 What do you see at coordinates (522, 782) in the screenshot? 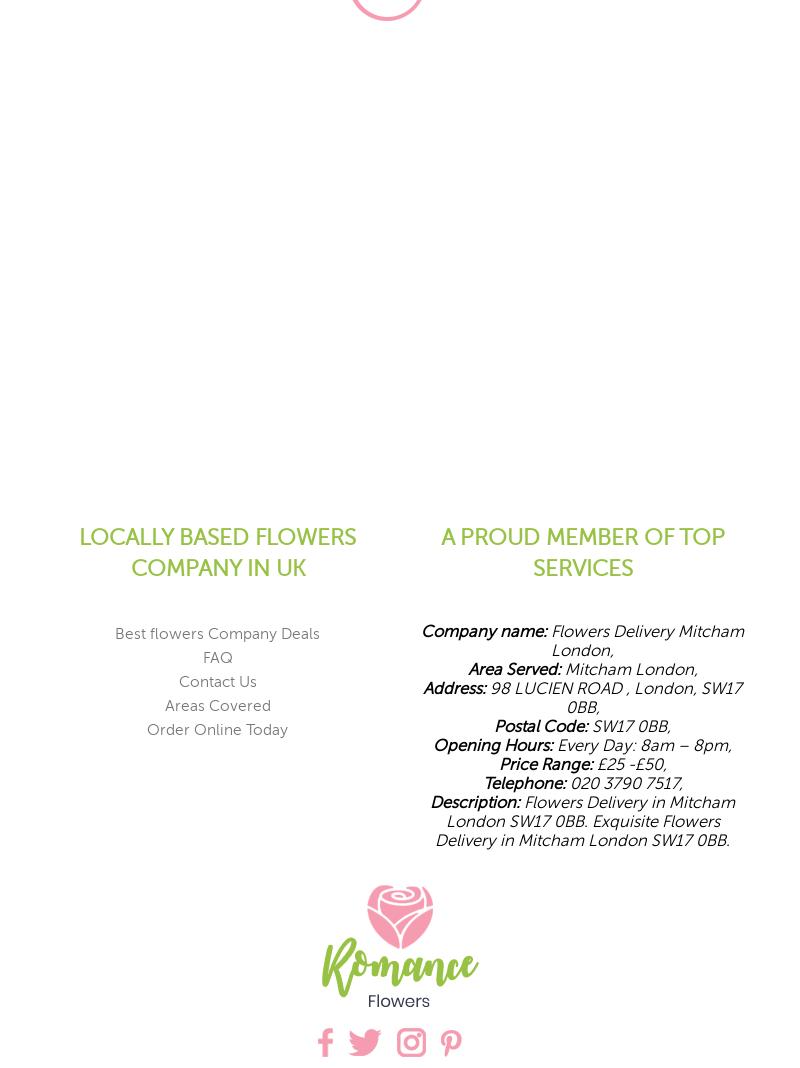
I see `'Telephone:'` at bounding box center [522, 782].